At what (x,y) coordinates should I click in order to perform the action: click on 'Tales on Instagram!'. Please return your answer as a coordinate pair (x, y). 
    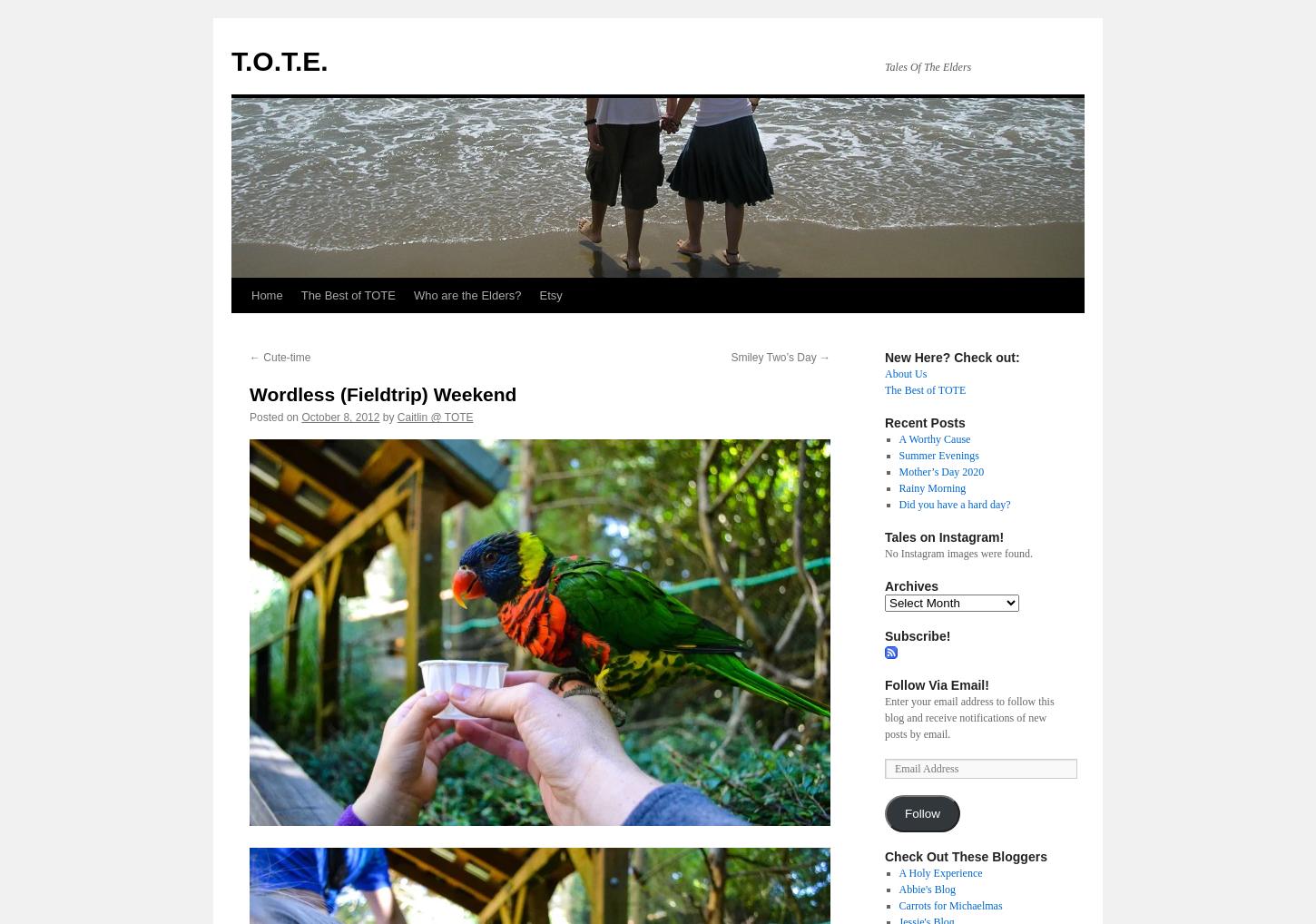
    Looking at the image, I should click on (884, 536).